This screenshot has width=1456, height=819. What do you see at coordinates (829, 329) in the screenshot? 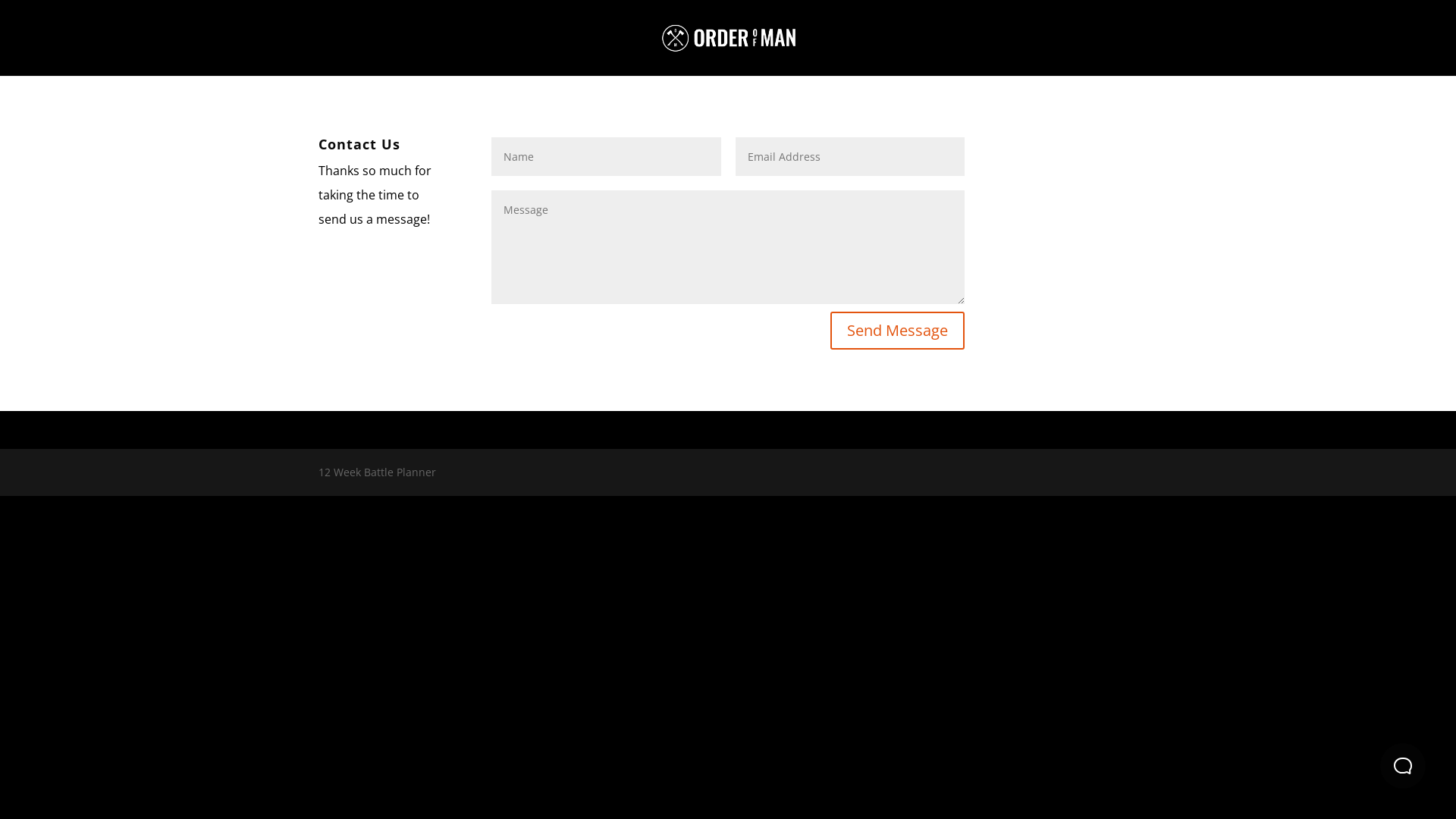
I see `'Send Message'` at bounding box center [829, 329].